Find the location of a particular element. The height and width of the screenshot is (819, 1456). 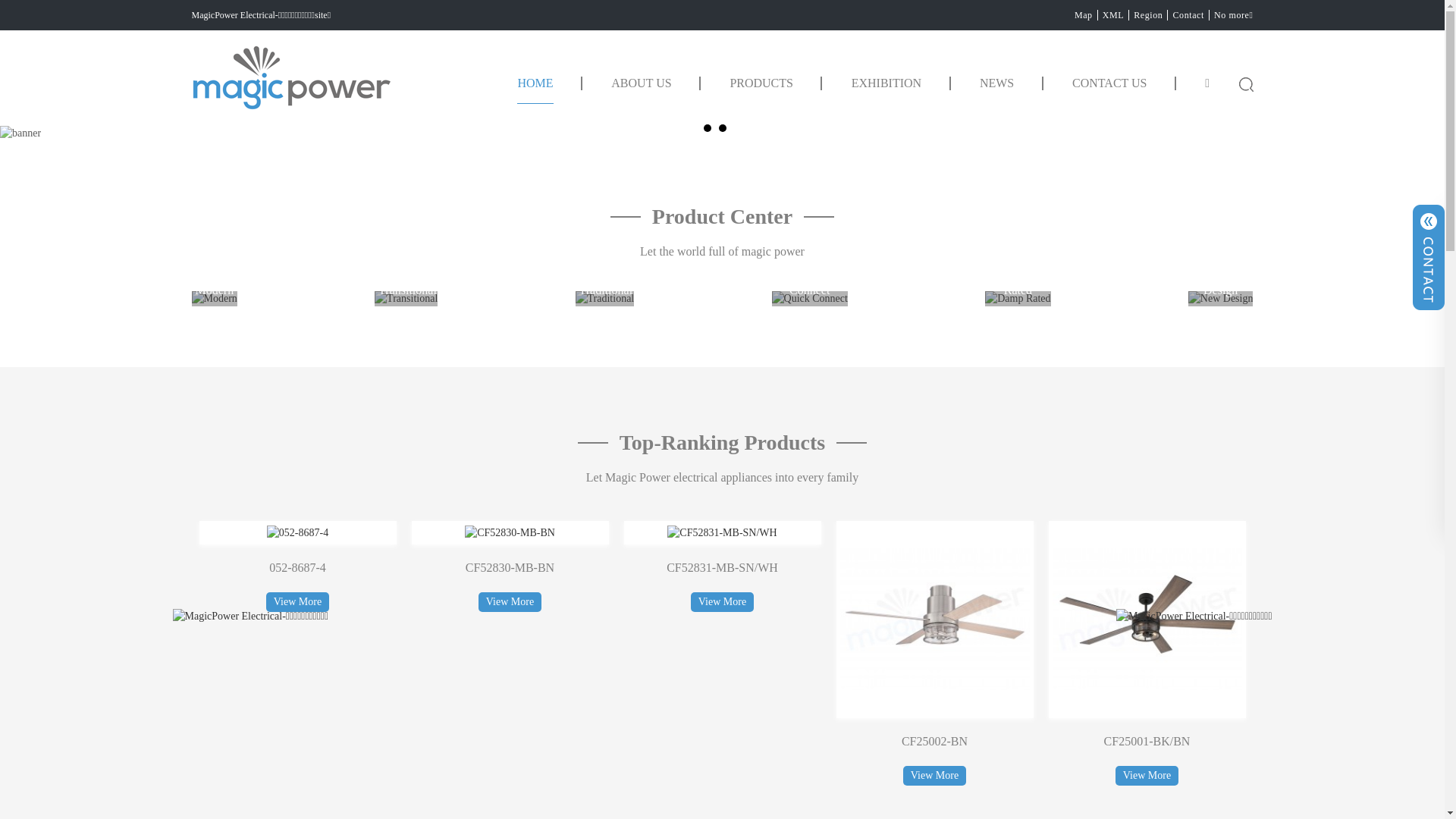

'CONTACT US' is located at coordinates (1109, 89).